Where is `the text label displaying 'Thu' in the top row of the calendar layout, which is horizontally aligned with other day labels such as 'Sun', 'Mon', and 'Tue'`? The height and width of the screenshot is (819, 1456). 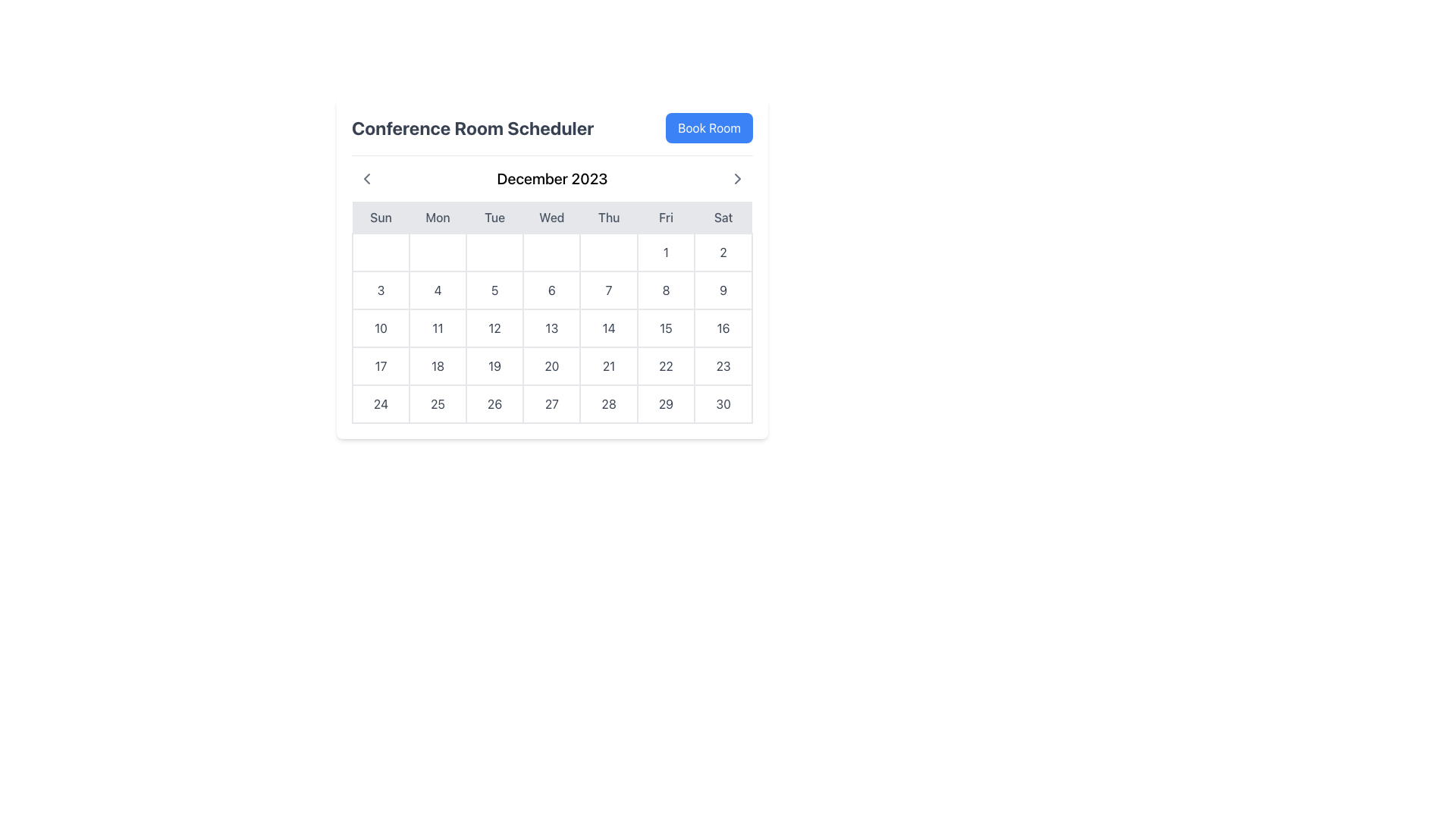
the text label displaying 'Thu' in the top row of the calendar layout, which is horizontally aligned with other day labels such as 'Sun', 'Mon', and 'Tue' is located at coordinates (609, 218).